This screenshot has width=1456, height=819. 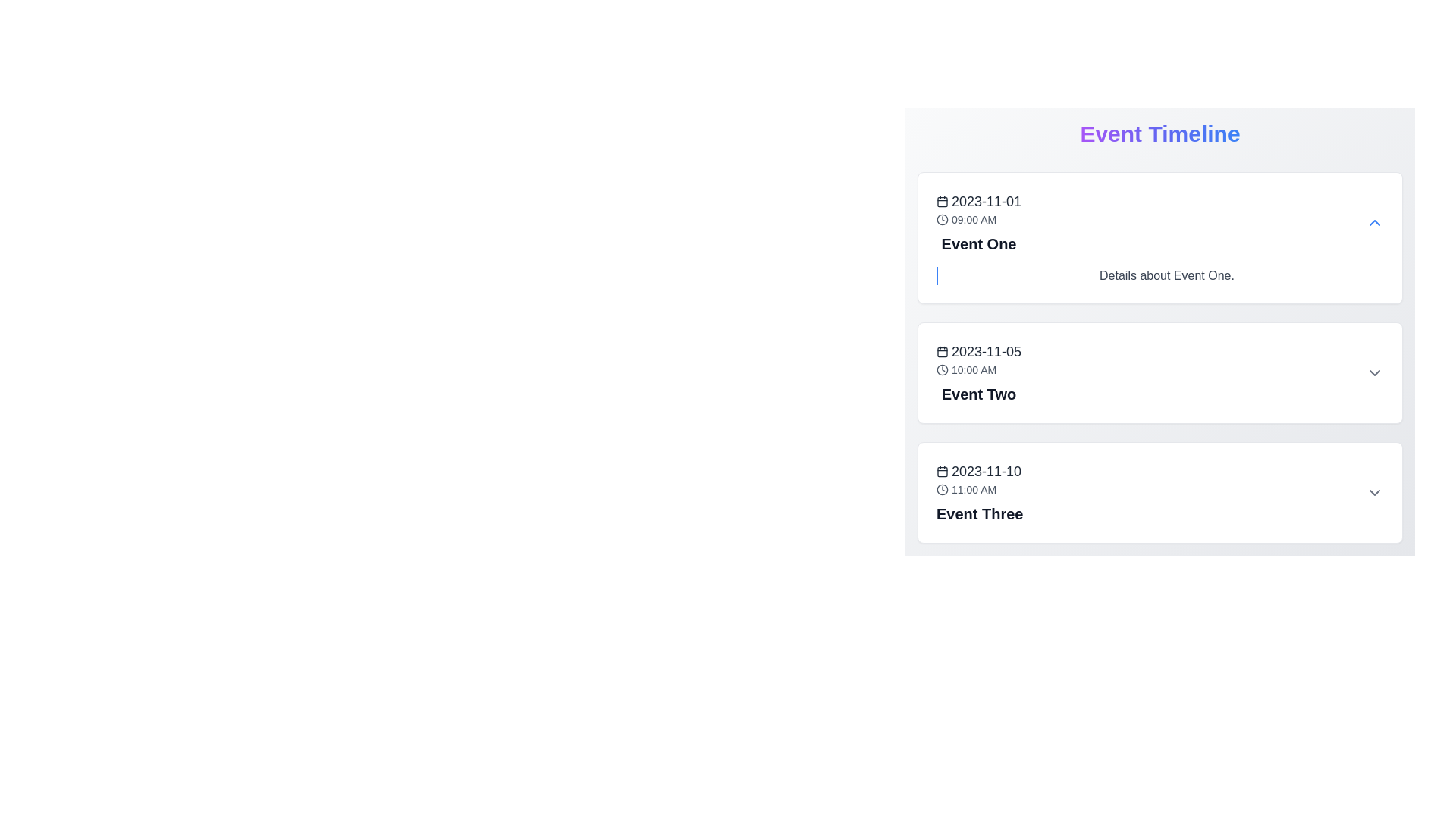 What do you see at coordinates (1159, 237) in the screenshot?
I see `the first event card in the vertical list of event cards, which displays details like date, time, title, and description, located near the top of the event timeline section` at bounding box center [1159, 237].